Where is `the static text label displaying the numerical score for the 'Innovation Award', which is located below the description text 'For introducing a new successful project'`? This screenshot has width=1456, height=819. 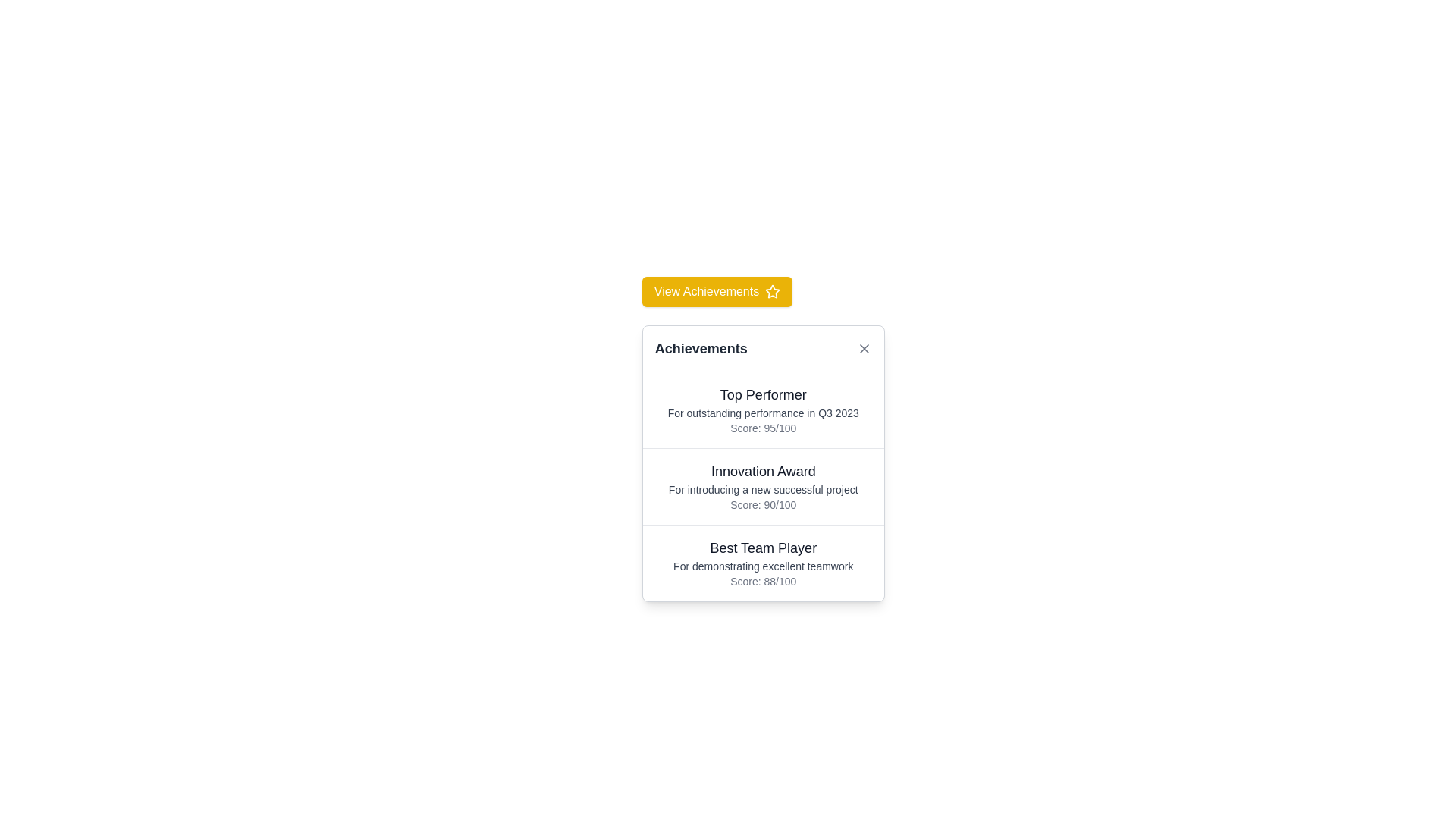
the static text label displaying the numerical score for the 'Innovation Award', which is located below the description text 'For introducing a new successful project' is located at coordinates (763, 505).